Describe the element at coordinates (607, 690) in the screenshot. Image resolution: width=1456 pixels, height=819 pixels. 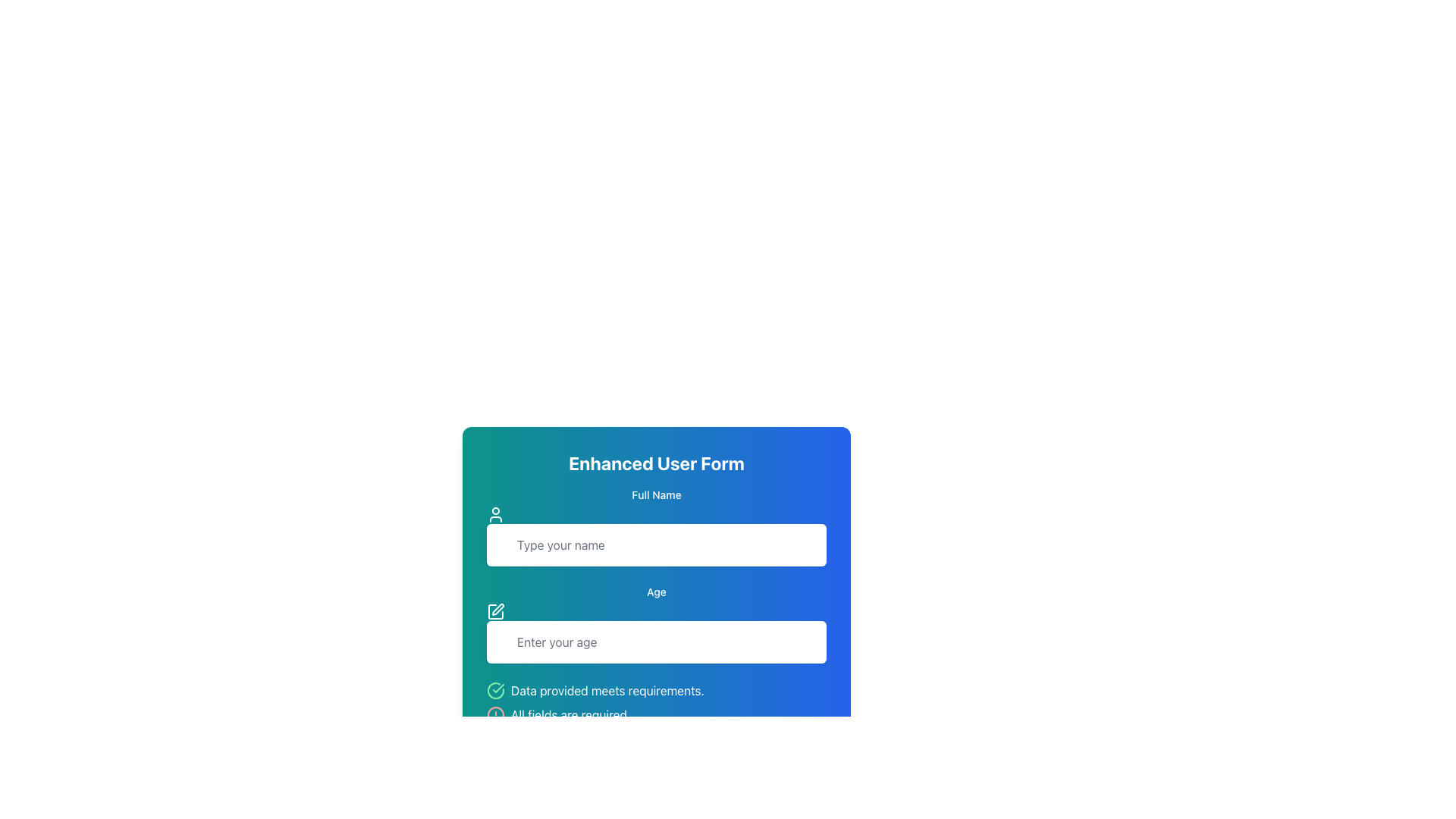
I see `the text label displaying 'Data provided meets requirements.' which is styled in white against a gradient blue-green background, located below the input fields for 'Full Name' and 'Age'` at that location.